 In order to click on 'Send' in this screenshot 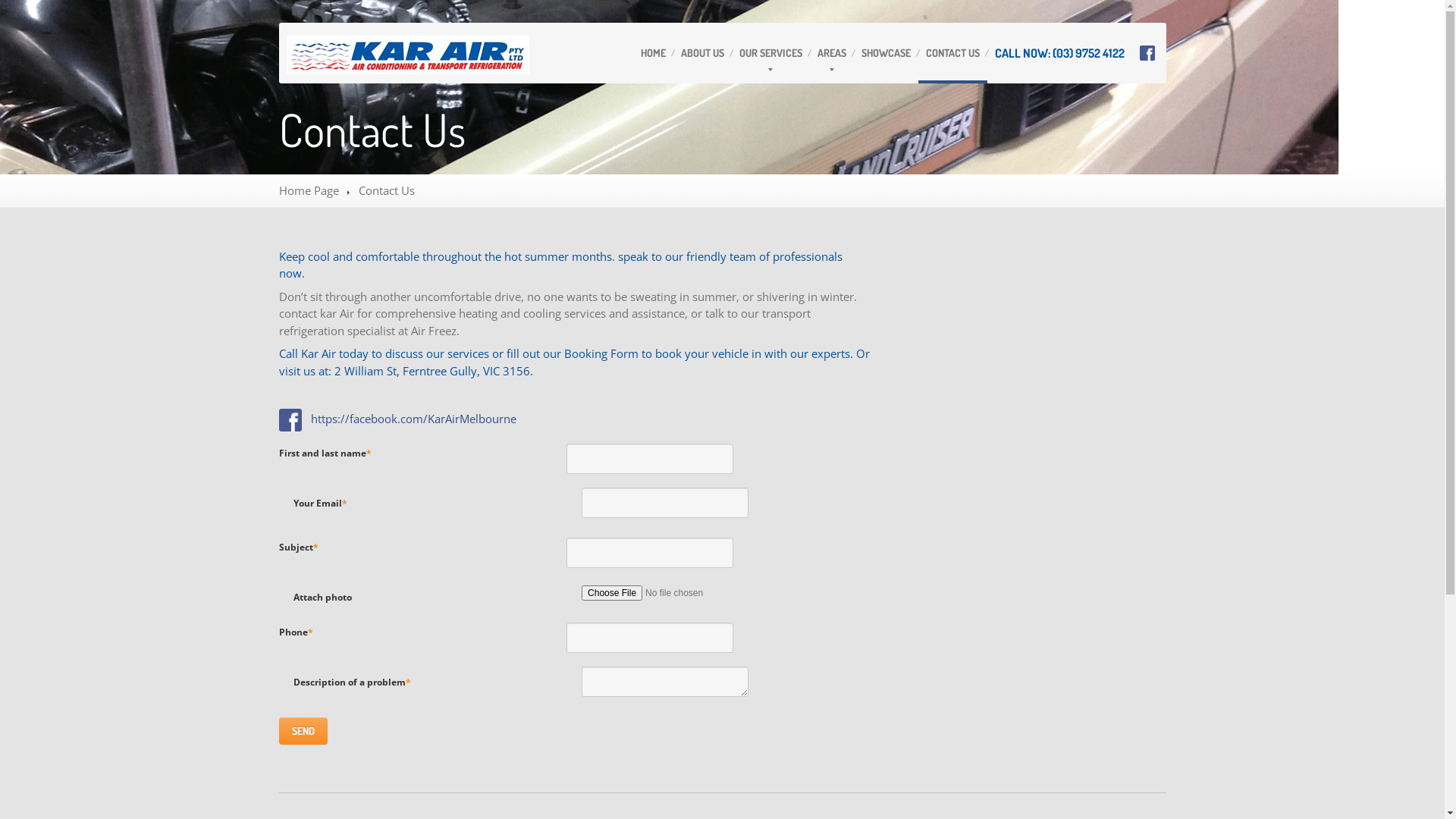, I will do `click(303, 730)`.